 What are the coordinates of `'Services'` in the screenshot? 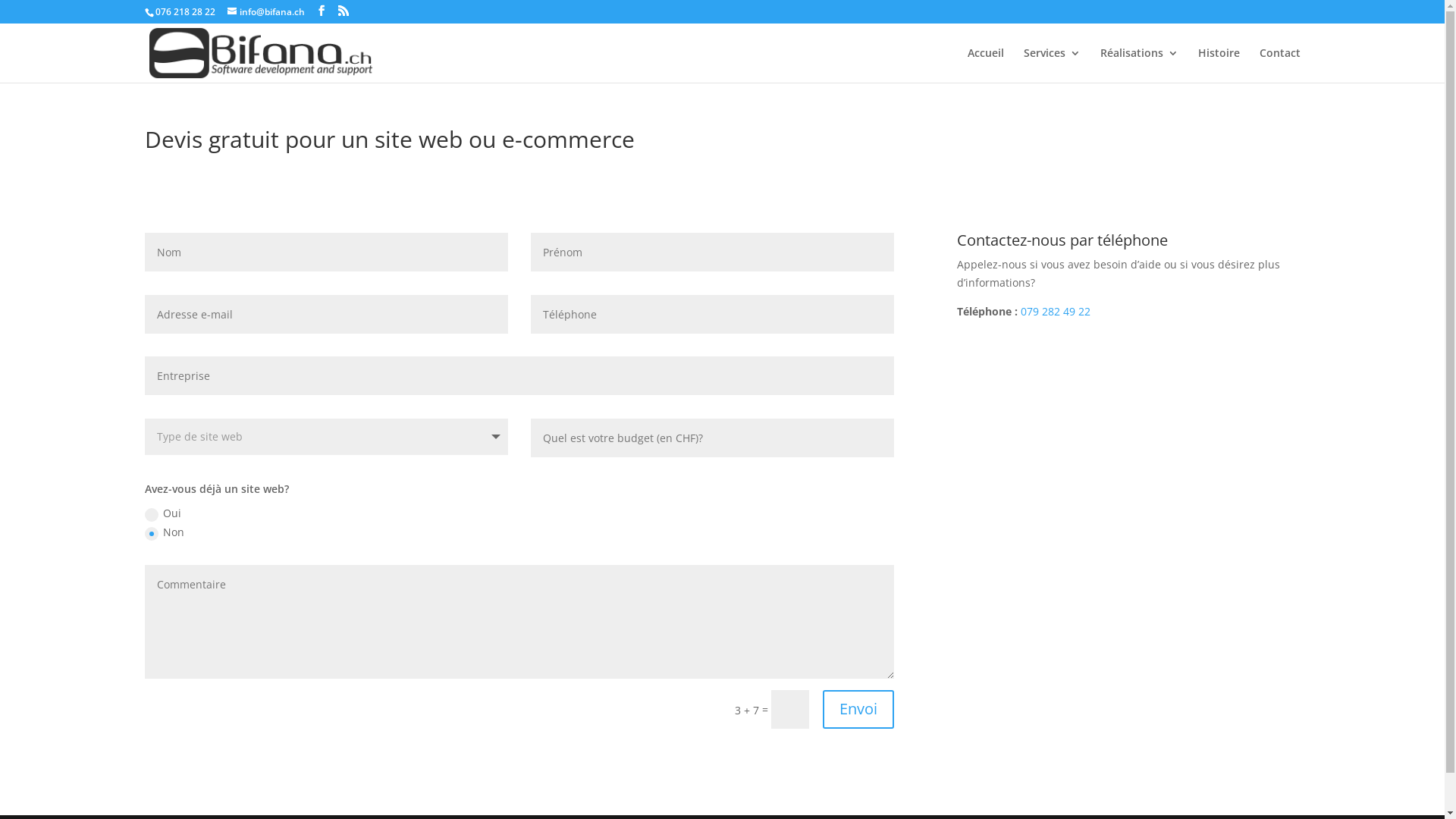 It's located at (1023, 64).